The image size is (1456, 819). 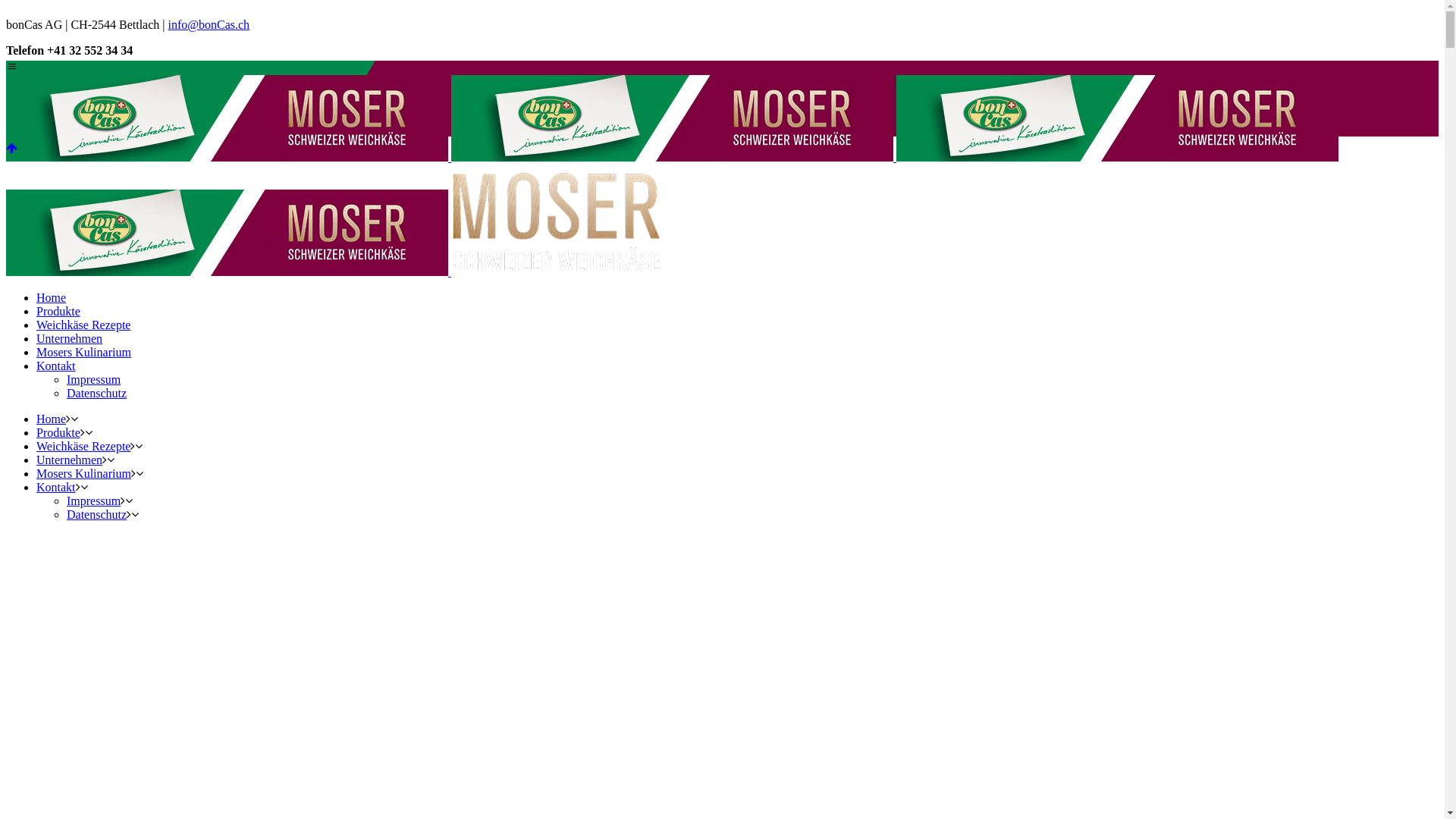 What do you see at coordinates (65, 378) in the screenshot?
I see `'Impressum'` at bounding box center [65, 378].